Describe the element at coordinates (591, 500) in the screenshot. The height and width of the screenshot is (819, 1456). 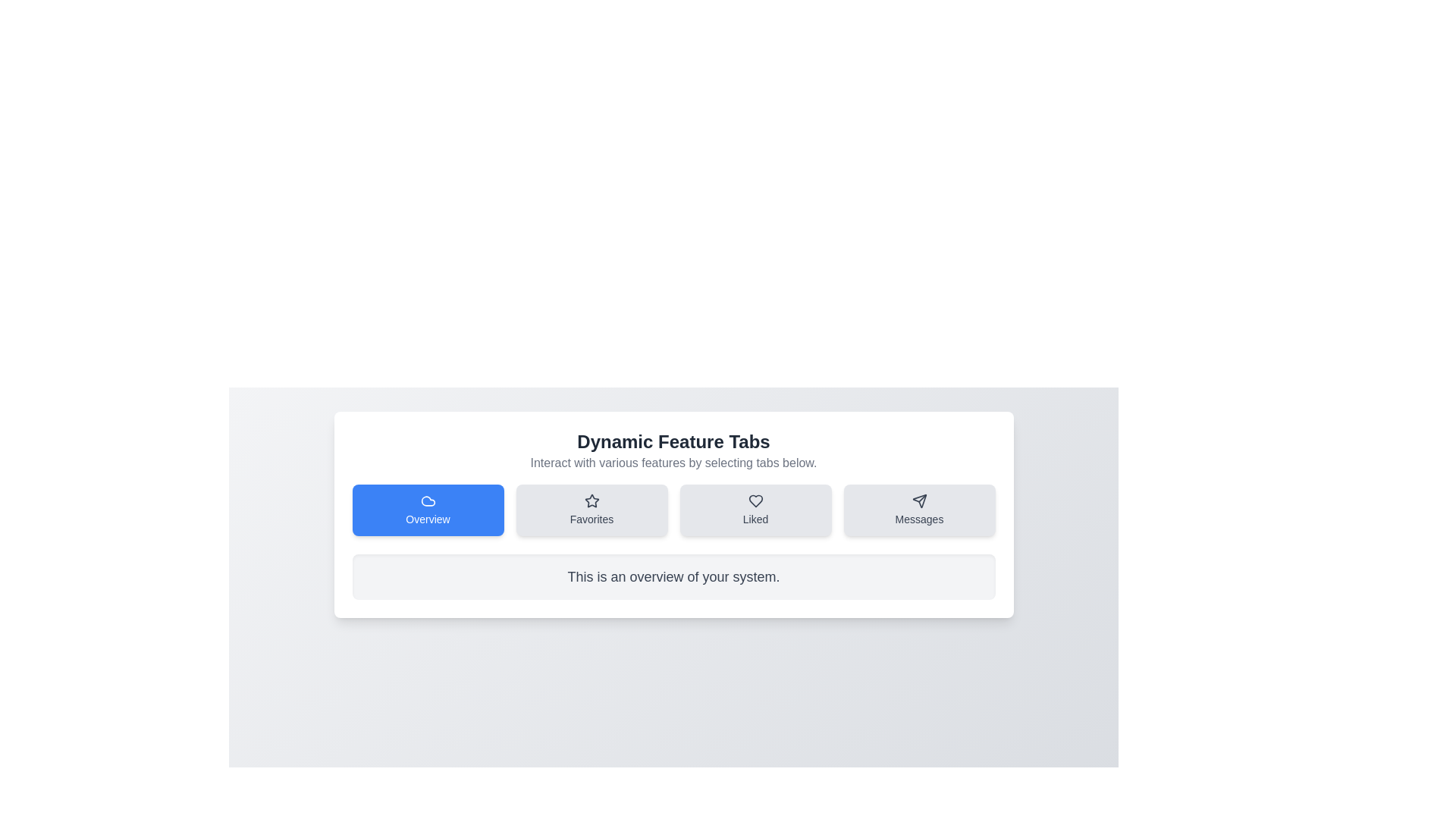
I see `the star-shaped icon representing the 'Favorites' tab located within the horizontal tab group` at that location.